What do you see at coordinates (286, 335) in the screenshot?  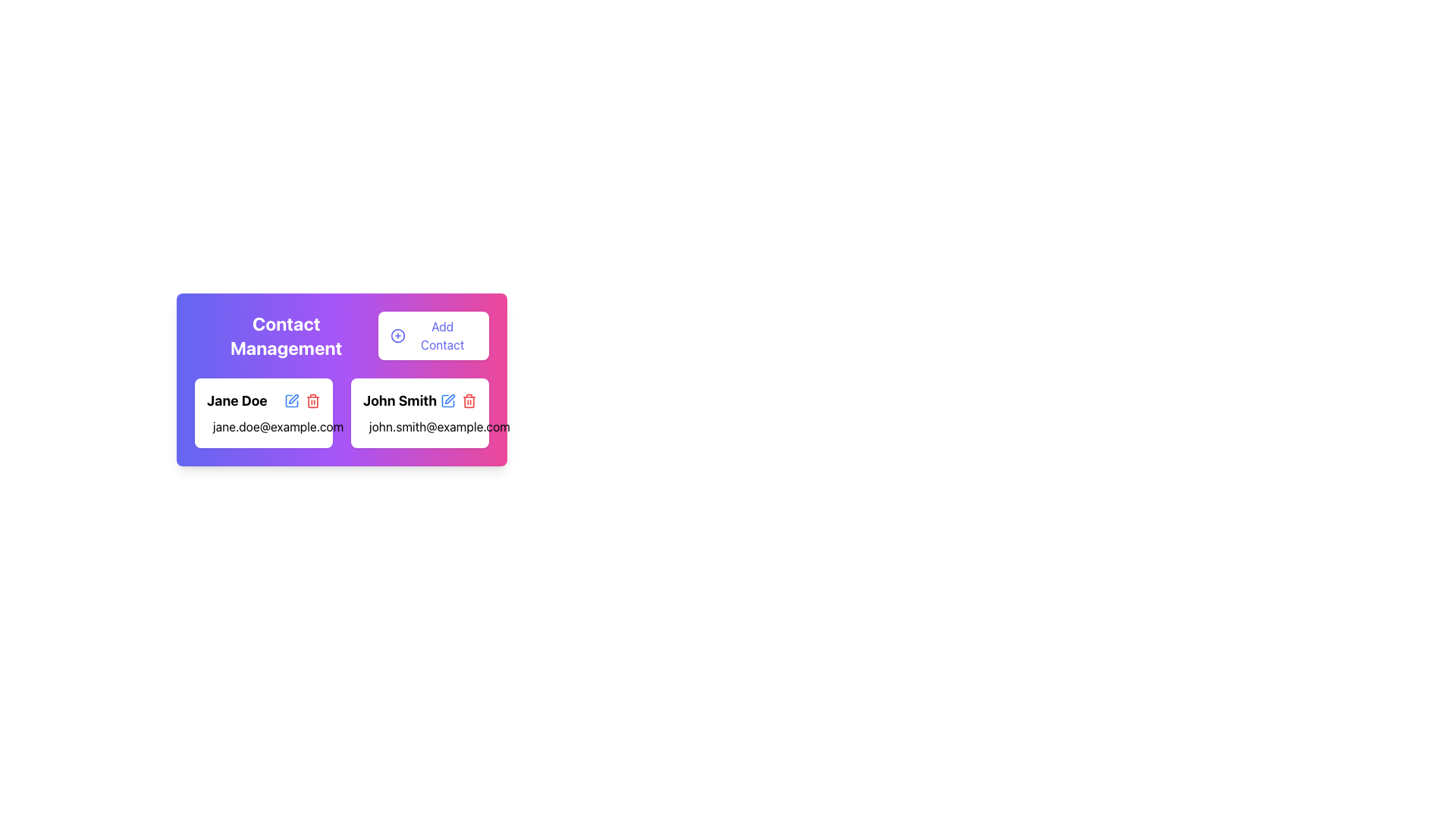 I see `the heading text label 'Contact Management' which is styled in bold and large font, centrally aligned against a gradient background transitioning from blue to pink` at bounding box center [286, 335].